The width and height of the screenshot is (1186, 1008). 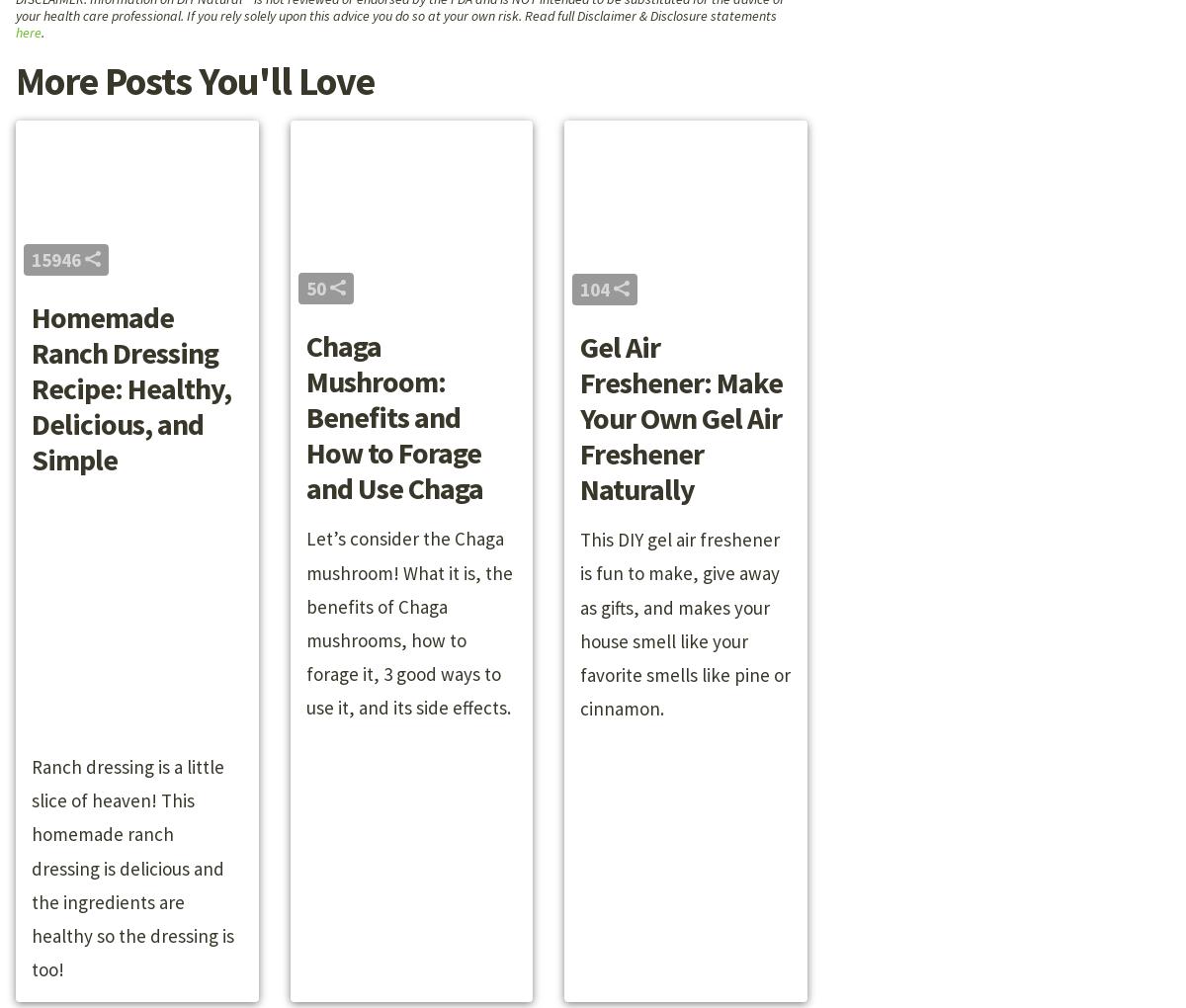 What do you see at coordinates (305, 288) in the screenshot?
I see `'50'` at bounding box center [305, 288].